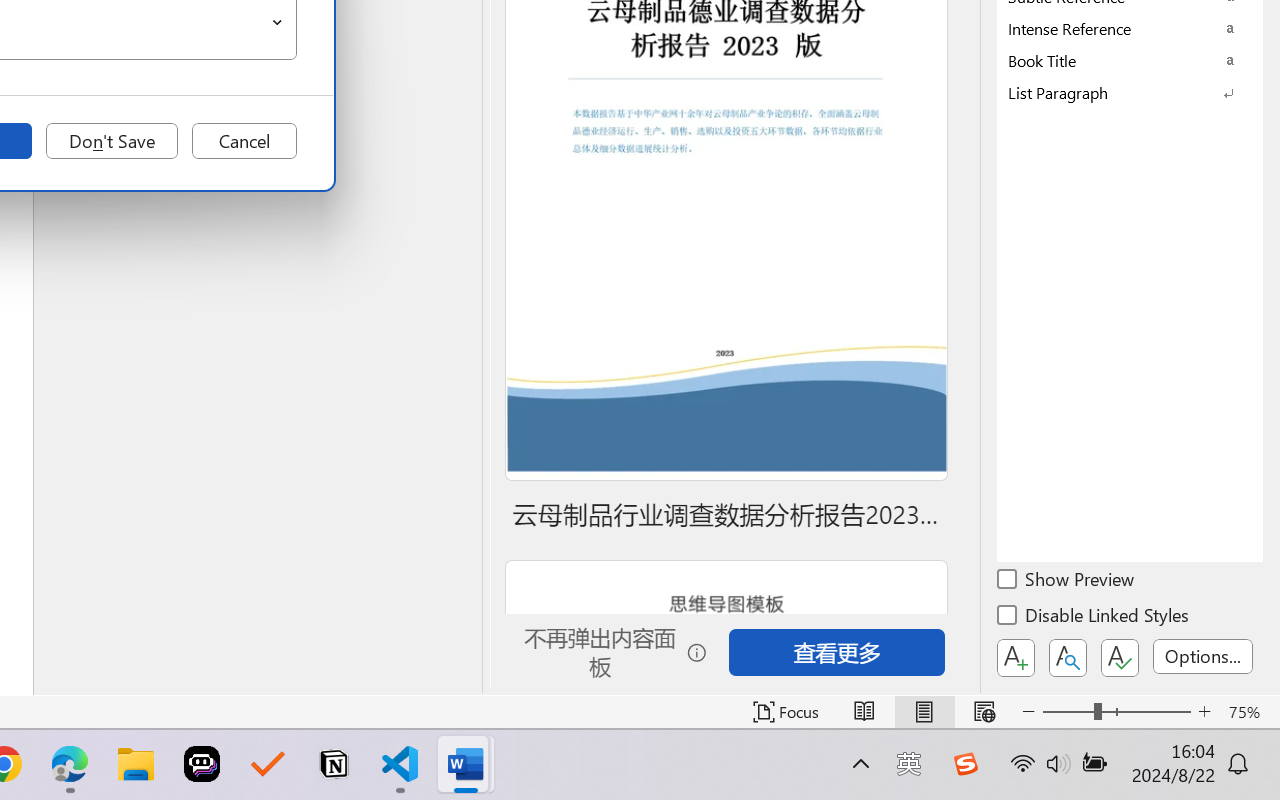 The width and height of the screenshot is (1280, 800). What do you see at coordinates (923, 711) in the screenshot?
I see `'Print Layout'` at bounding box center [923, 711].